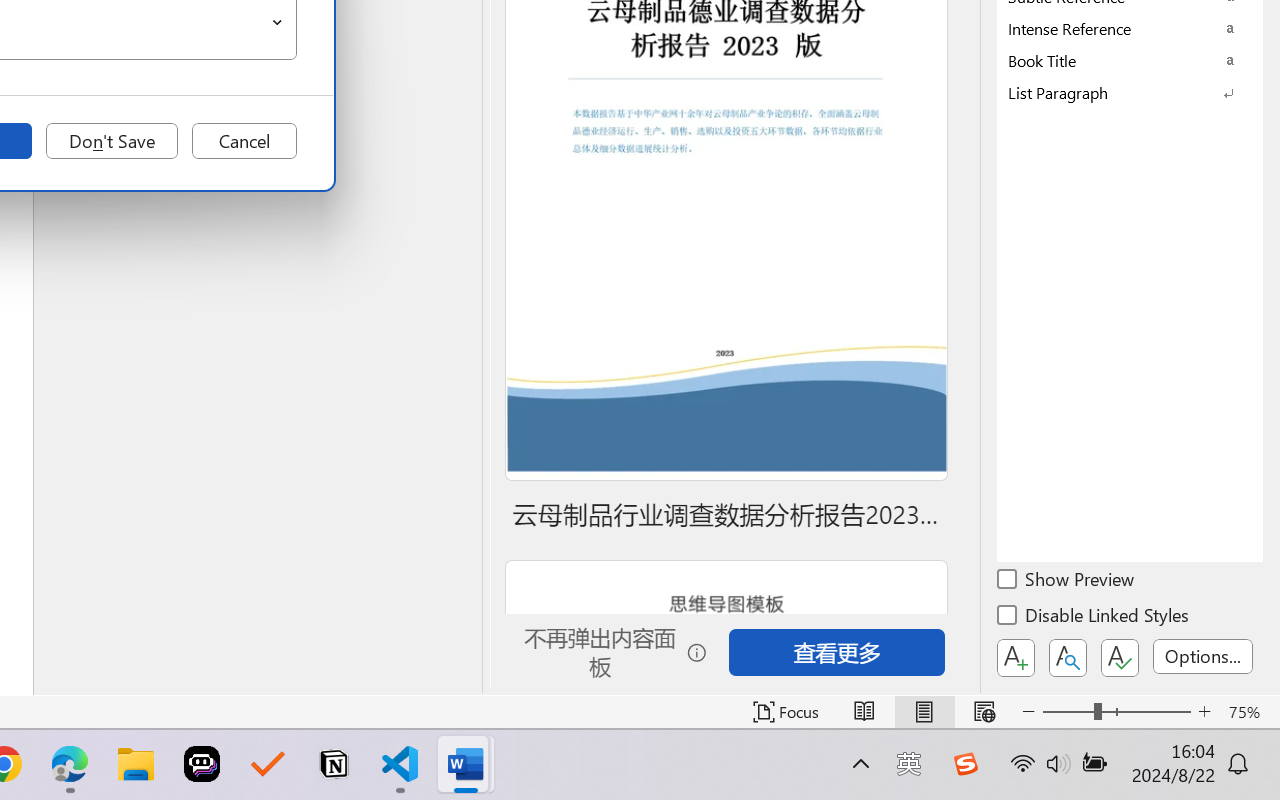 The width and height of the screenshot is (1280, 800). What do you see at coordinates (923, 711) in the screenshot?
I see `'Print Layout'` at bounding box center [923, 711].